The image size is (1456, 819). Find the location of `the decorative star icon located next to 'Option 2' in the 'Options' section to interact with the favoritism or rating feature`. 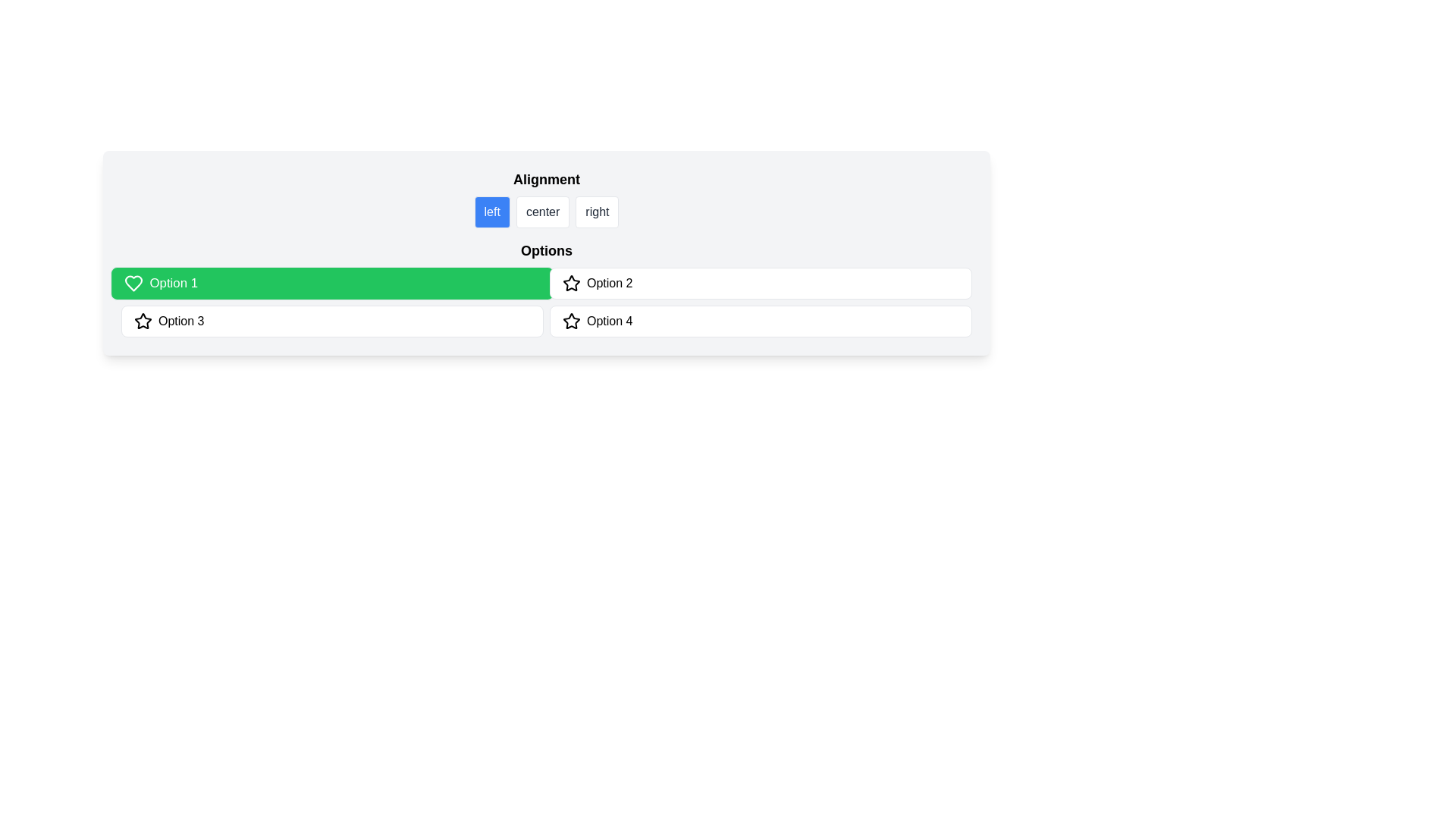

the decorative star icon located next to 'Option 2' in the 'Options' section to interact with the favoritism or rating feature is located at coordinates (570, 283).